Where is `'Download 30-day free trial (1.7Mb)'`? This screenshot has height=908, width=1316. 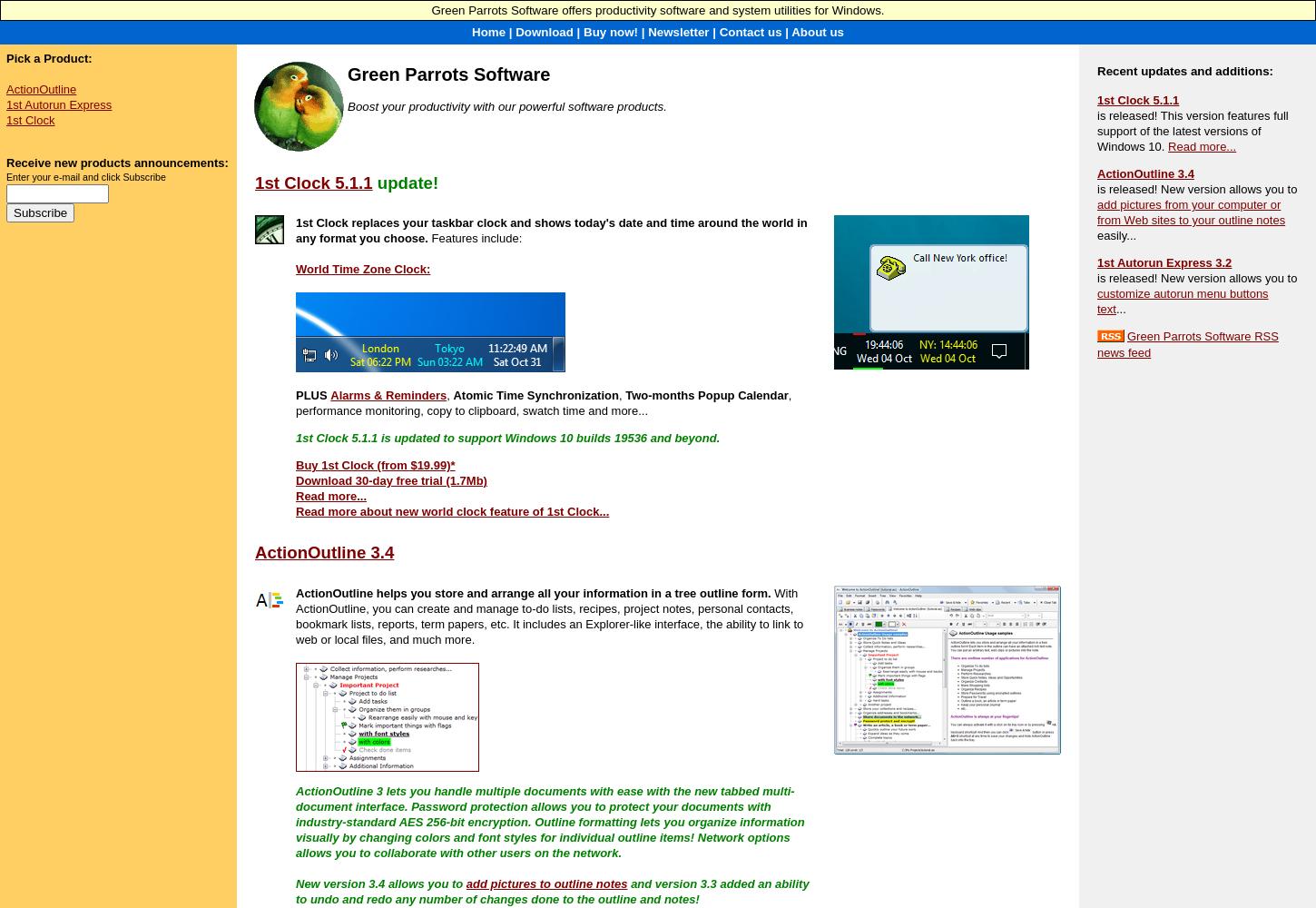
'Download 30-day free trial (1.7Mb)' is located at coordinates (389, 480).